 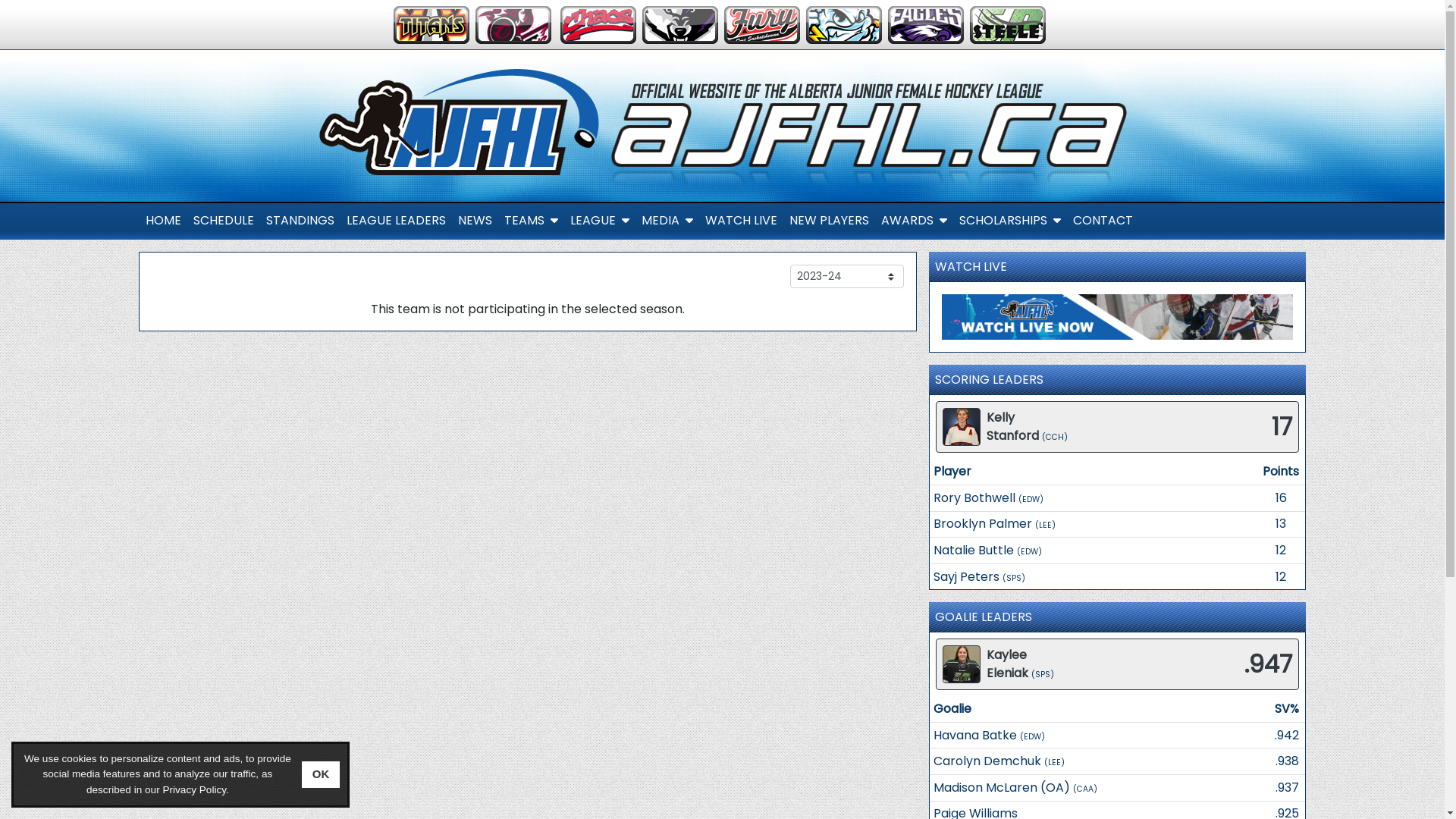 I want to click on 'SCHOLARSHIPS', so click(x=1009, y=220).